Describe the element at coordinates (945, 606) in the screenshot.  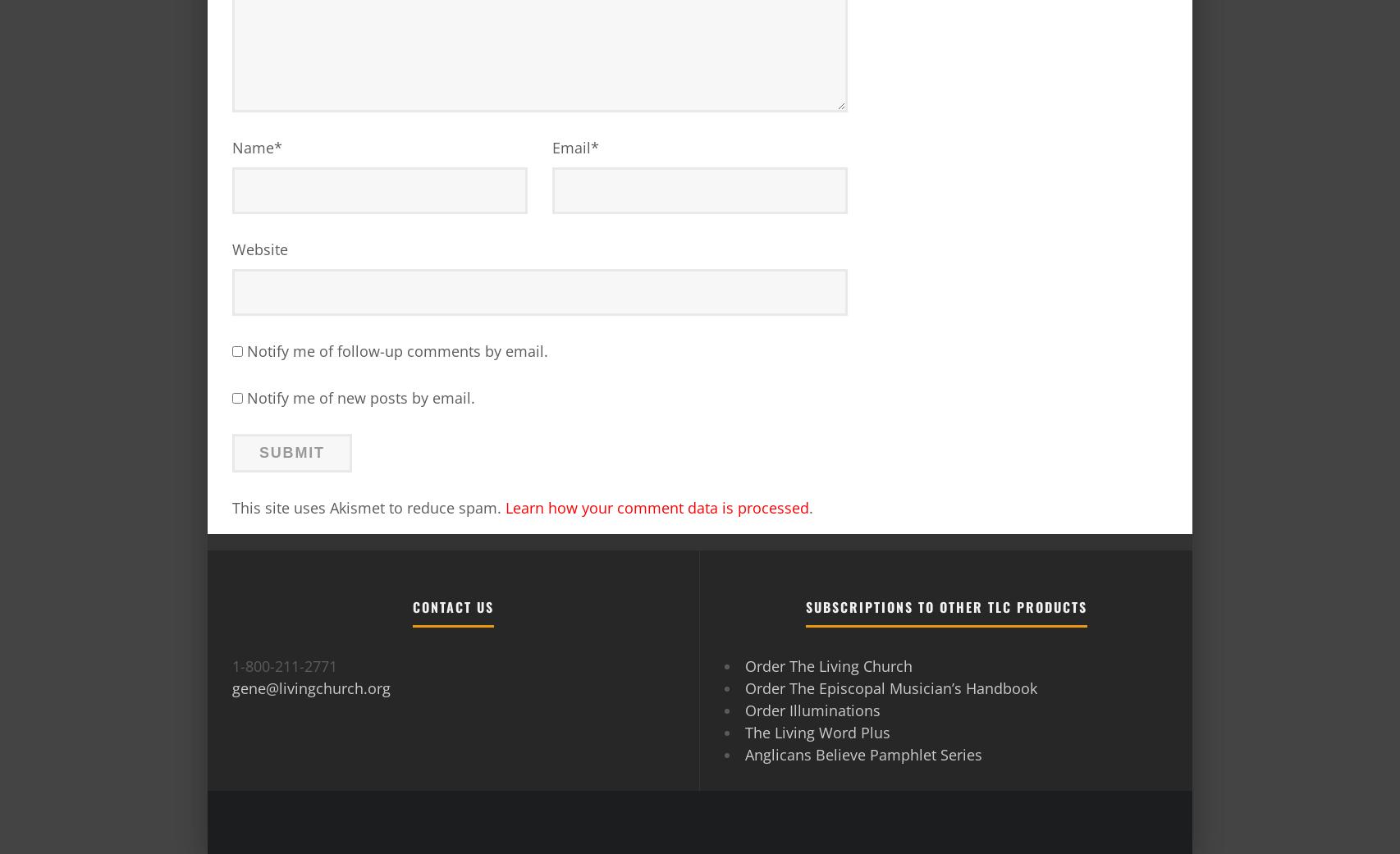
I see `'Subscriptions to other TLC products'` at that location.